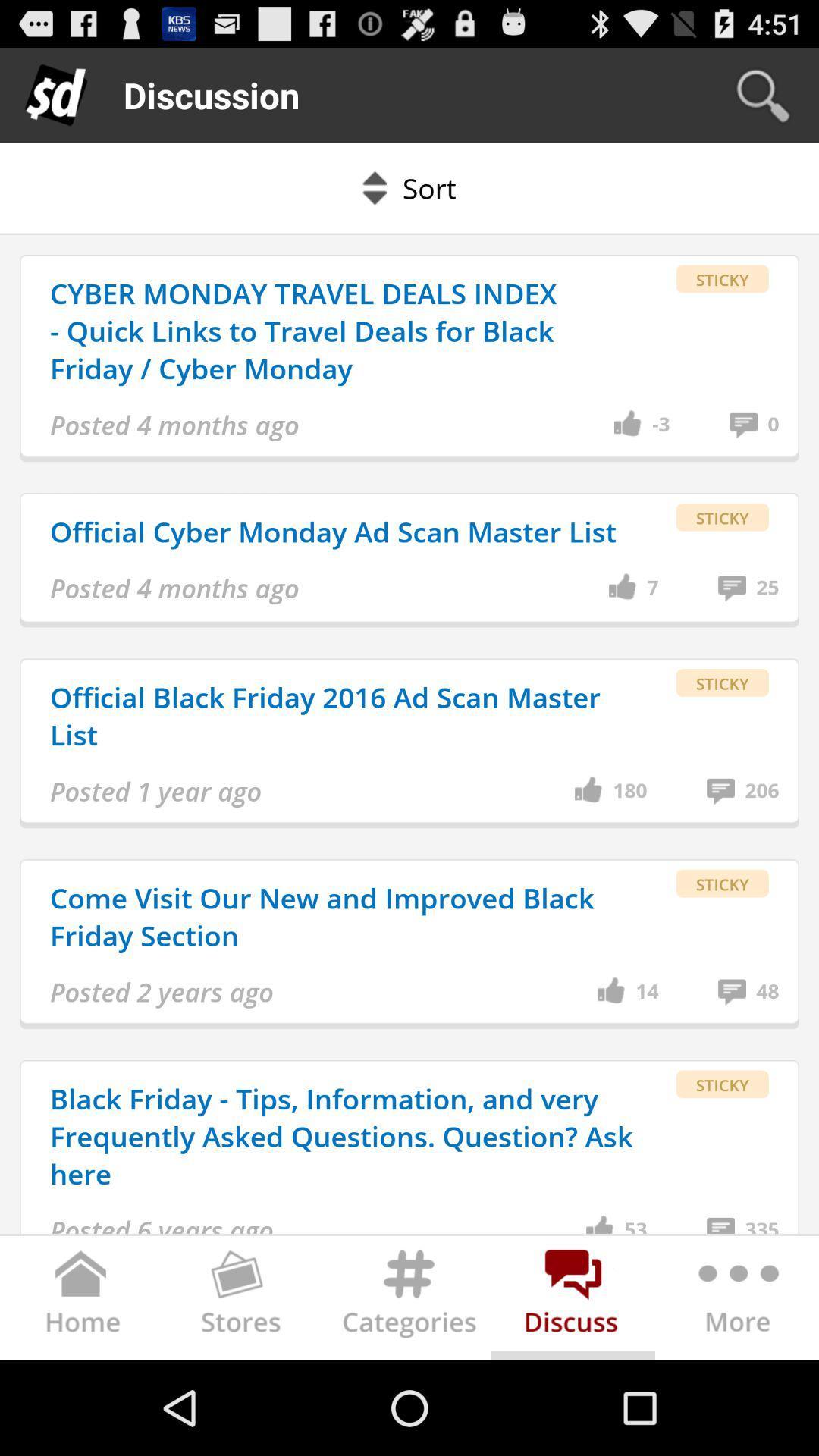 This screenshot has height=1456, width=819. What do you see at coordinates (82, 1392) in the screenshot?
I see `the home icon` at bounding box center [82, 1392].